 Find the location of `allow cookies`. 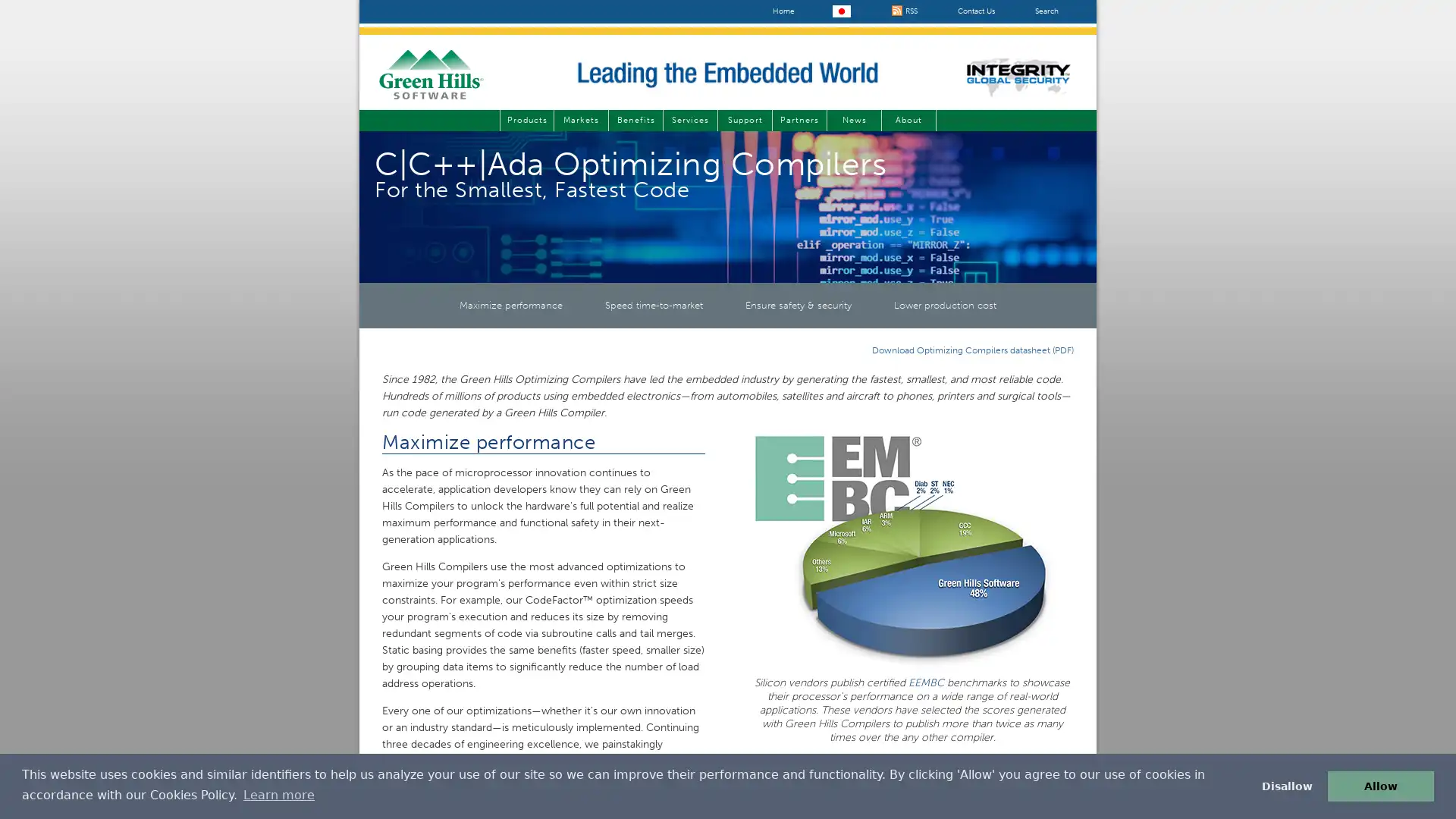

allow cookies is located at coordinates (1380, 785).